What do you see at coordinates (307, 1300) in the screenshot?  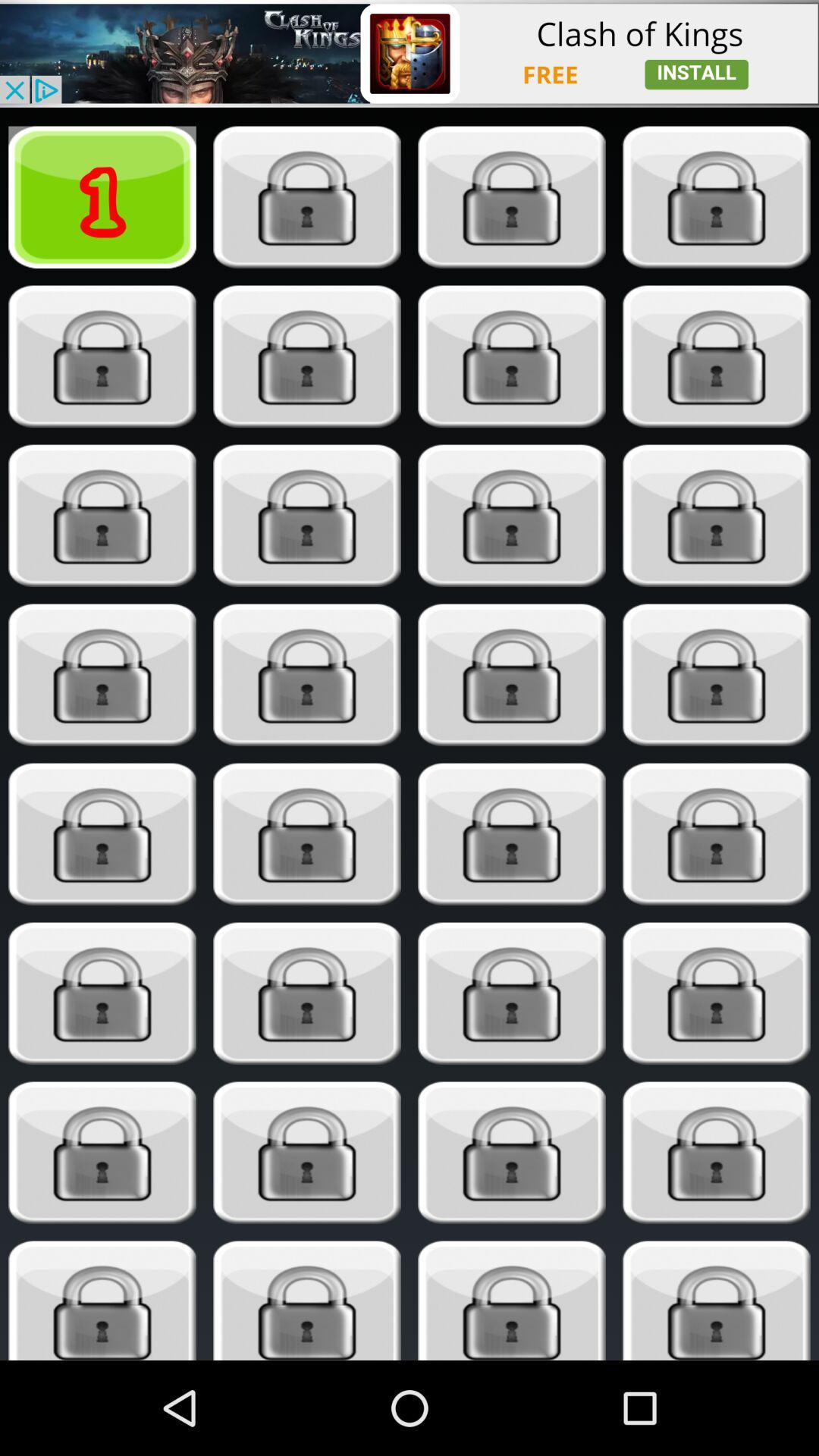 I see `unlock button` at bounding box center [307, 1300].